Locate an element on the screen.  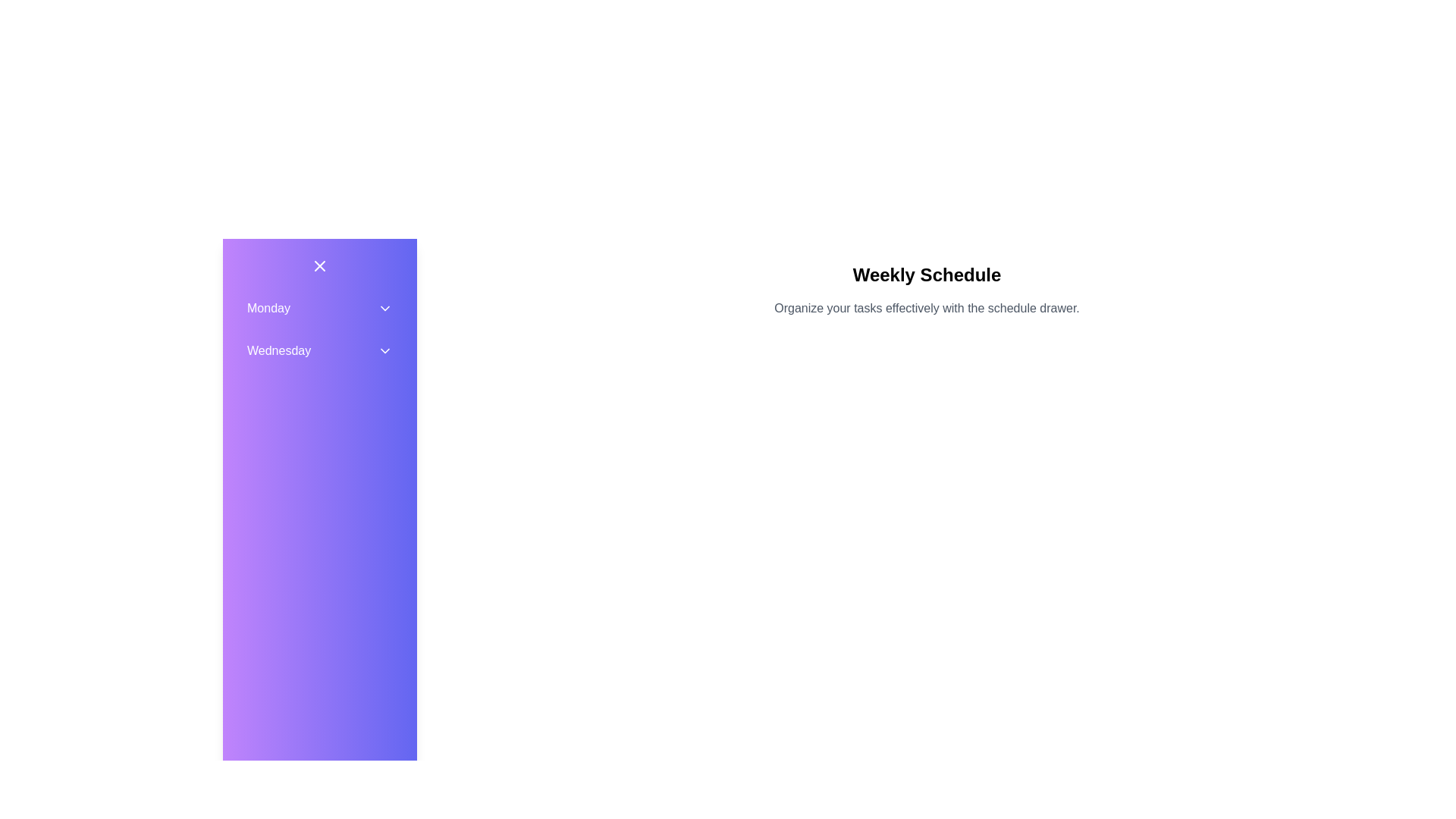
the 'X' button to toggle the visibility of the drawer is located at coordinates (319, 265).